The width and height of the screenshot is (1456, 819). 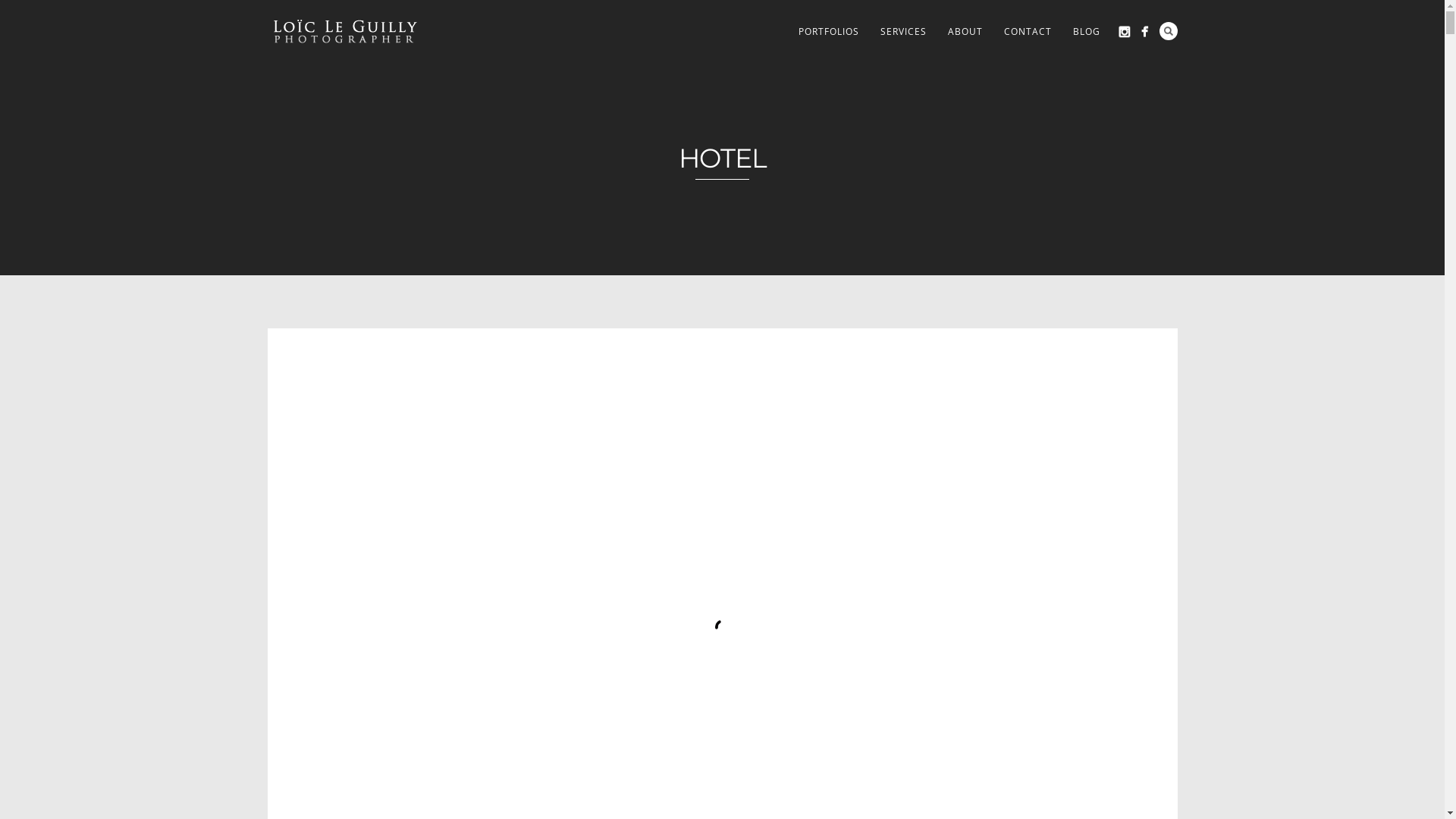 What do you see at coordinates (993, 32) in the screenshot?
I see `'CONTACT'` at bounding box center [993, 32].